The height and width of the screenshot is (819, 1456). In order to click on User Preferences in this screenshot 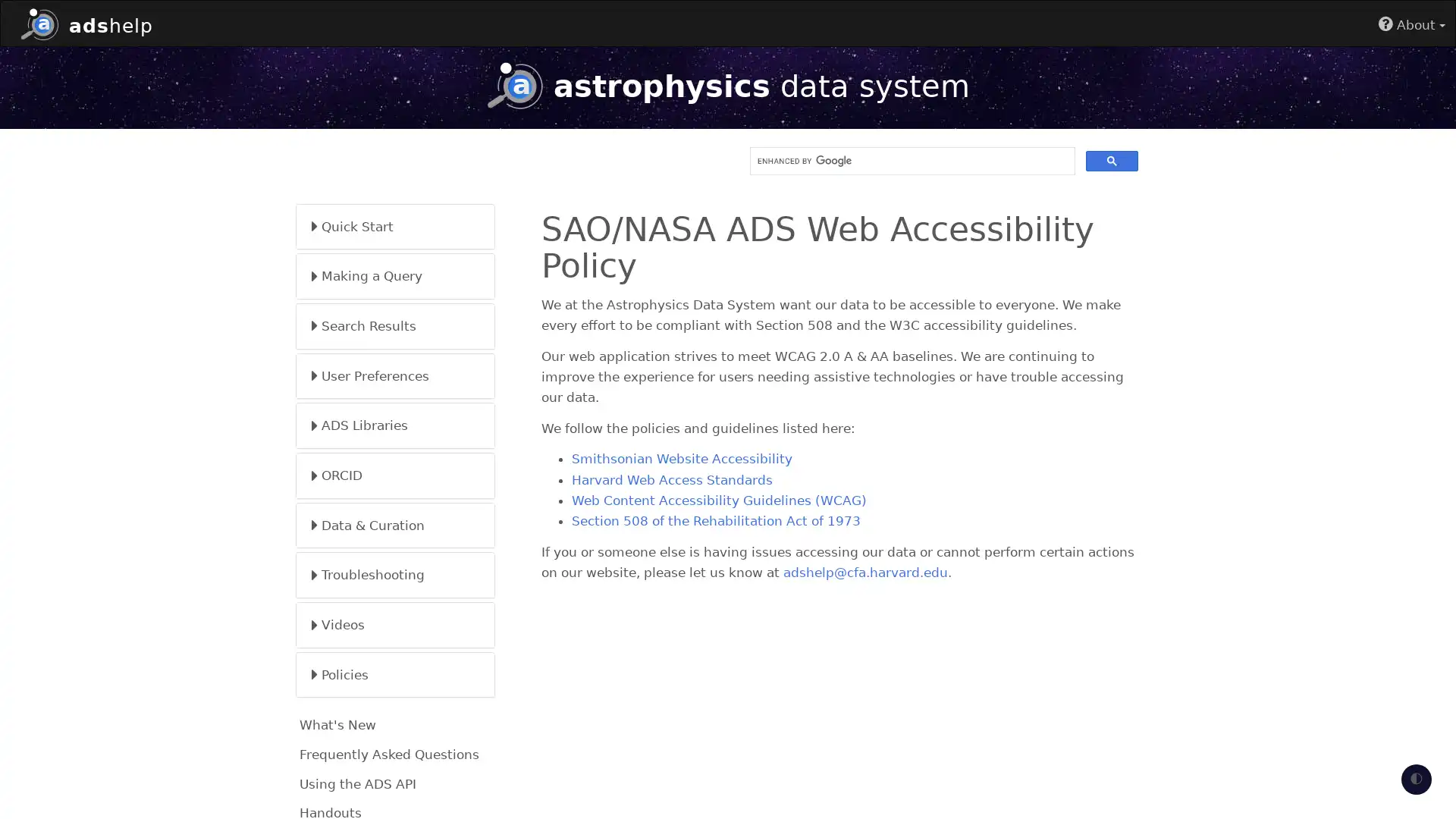, I will do `click(395, 375)`.